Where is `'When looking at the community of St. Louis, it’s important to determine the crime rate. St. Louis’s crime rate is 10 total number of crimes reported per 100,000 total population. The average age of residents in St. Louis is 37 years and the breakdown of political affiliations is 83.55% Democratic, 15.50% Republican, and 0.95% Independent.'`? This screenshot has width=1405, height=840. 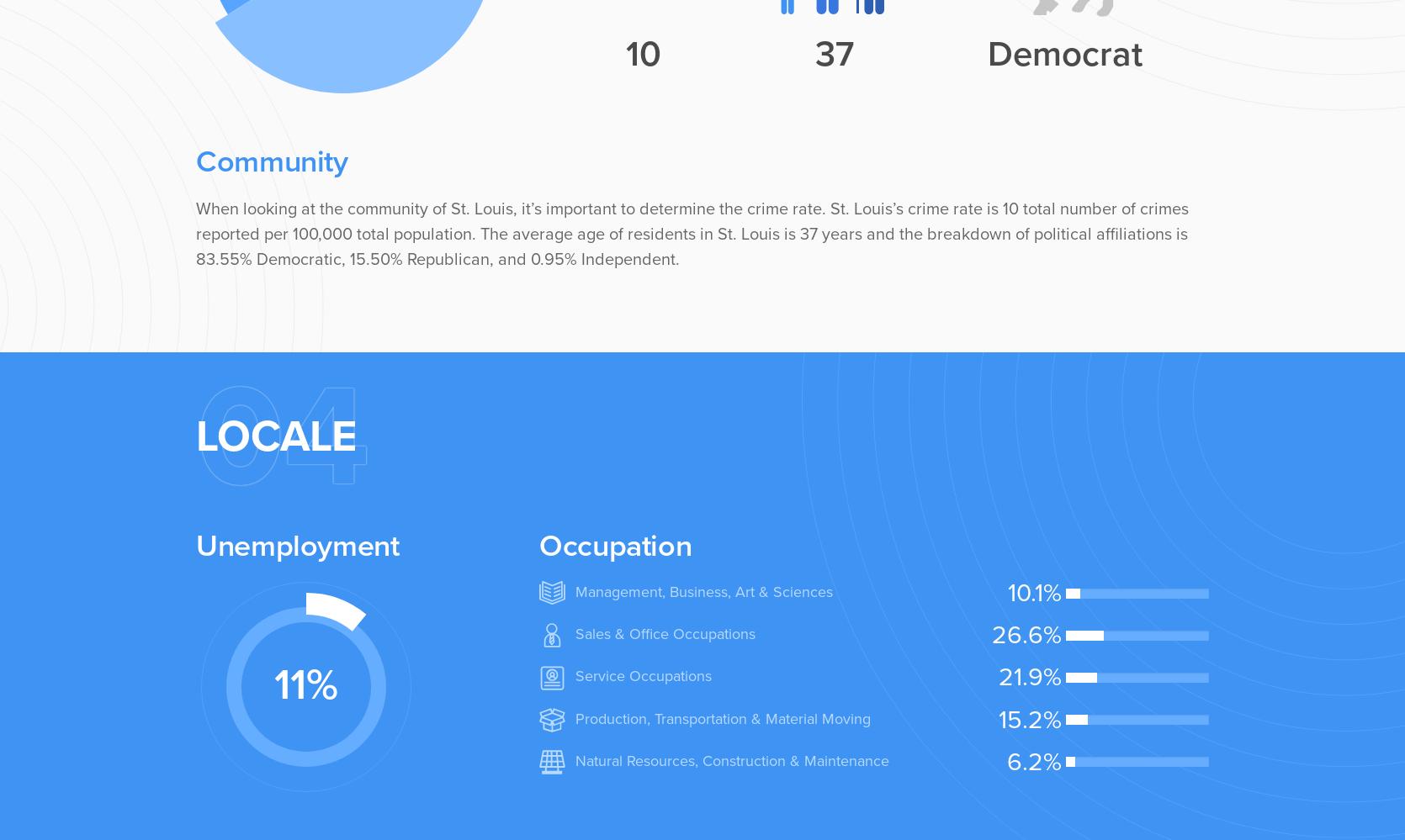
'When looking at the community of St. Louis, it’s important to determine the crime rate. St. Louis’s crime rate is 10 total number of crimes reported per 100,000 total population. The average age of residents in St. Louis is 37 years and the breakdown of political affiliations is 83.55% Democratic, 15.50% Republican, and 0.95% Independent.' is located at coordinates (691, 234).